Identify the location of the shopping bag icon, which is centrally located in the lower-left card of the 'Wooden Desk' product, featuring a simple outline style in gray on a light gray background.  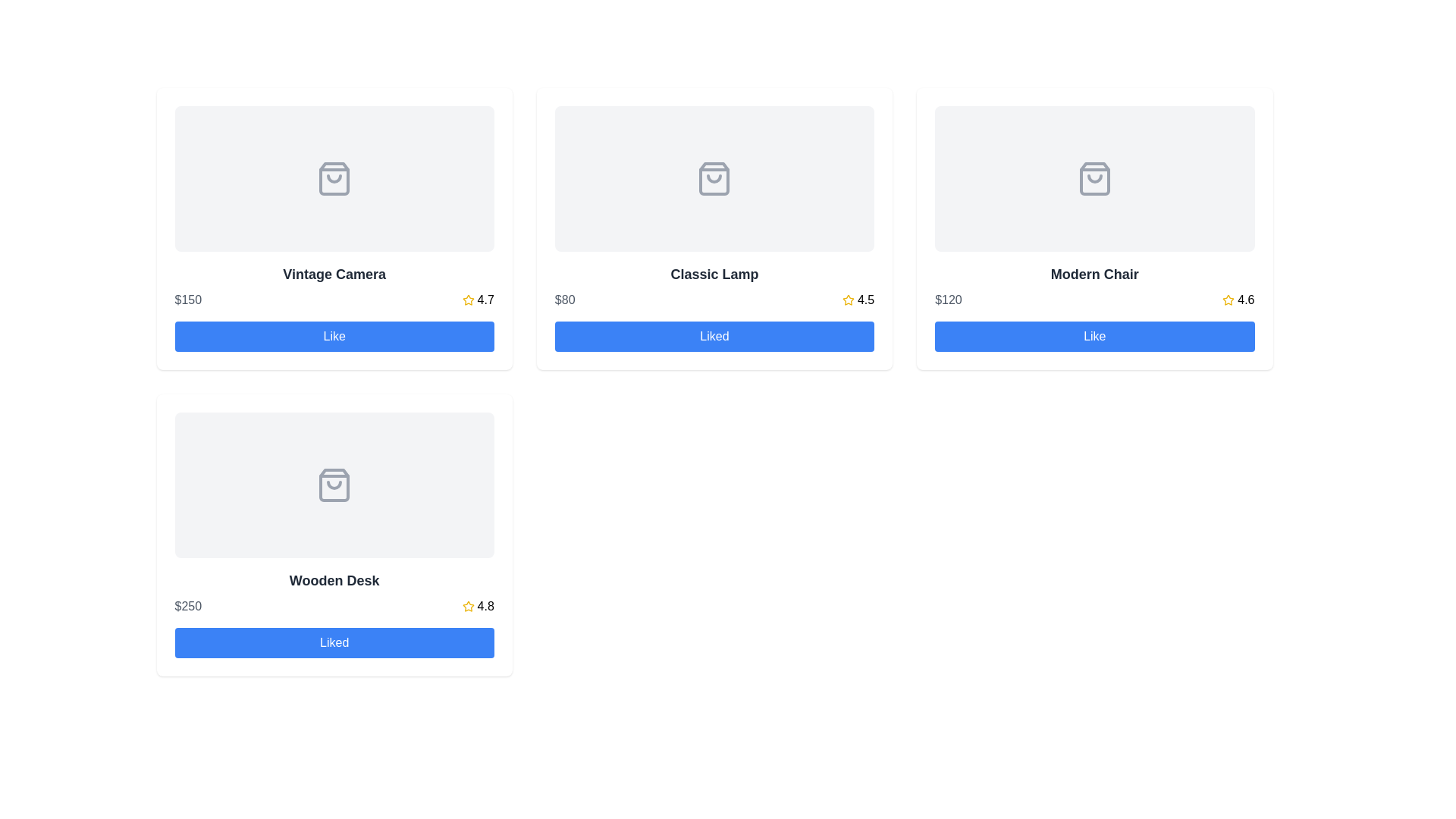
(334, 485).